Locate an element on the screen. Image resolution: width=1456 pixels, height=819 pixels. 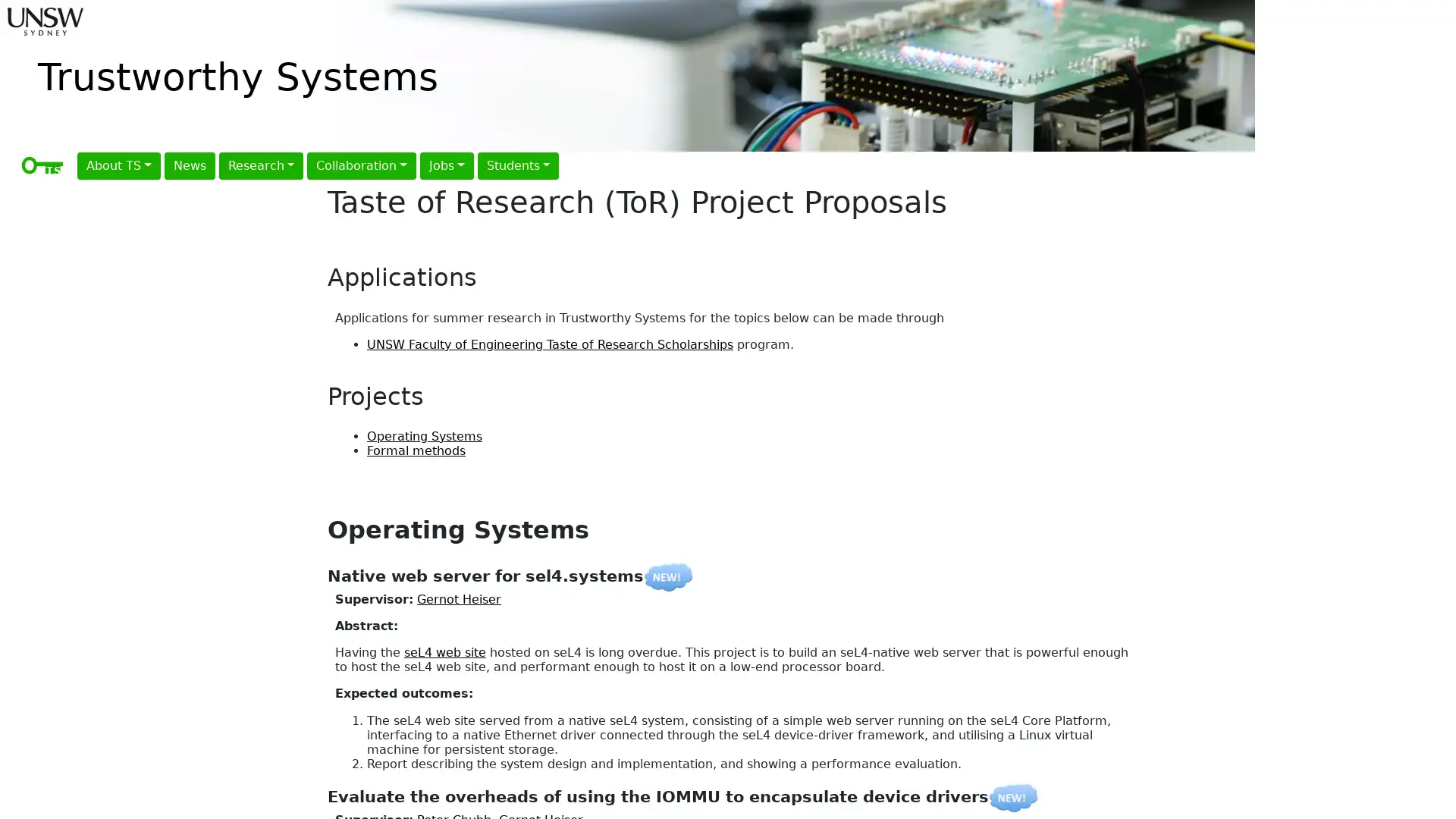
Students is located at coordinates (517, 165).